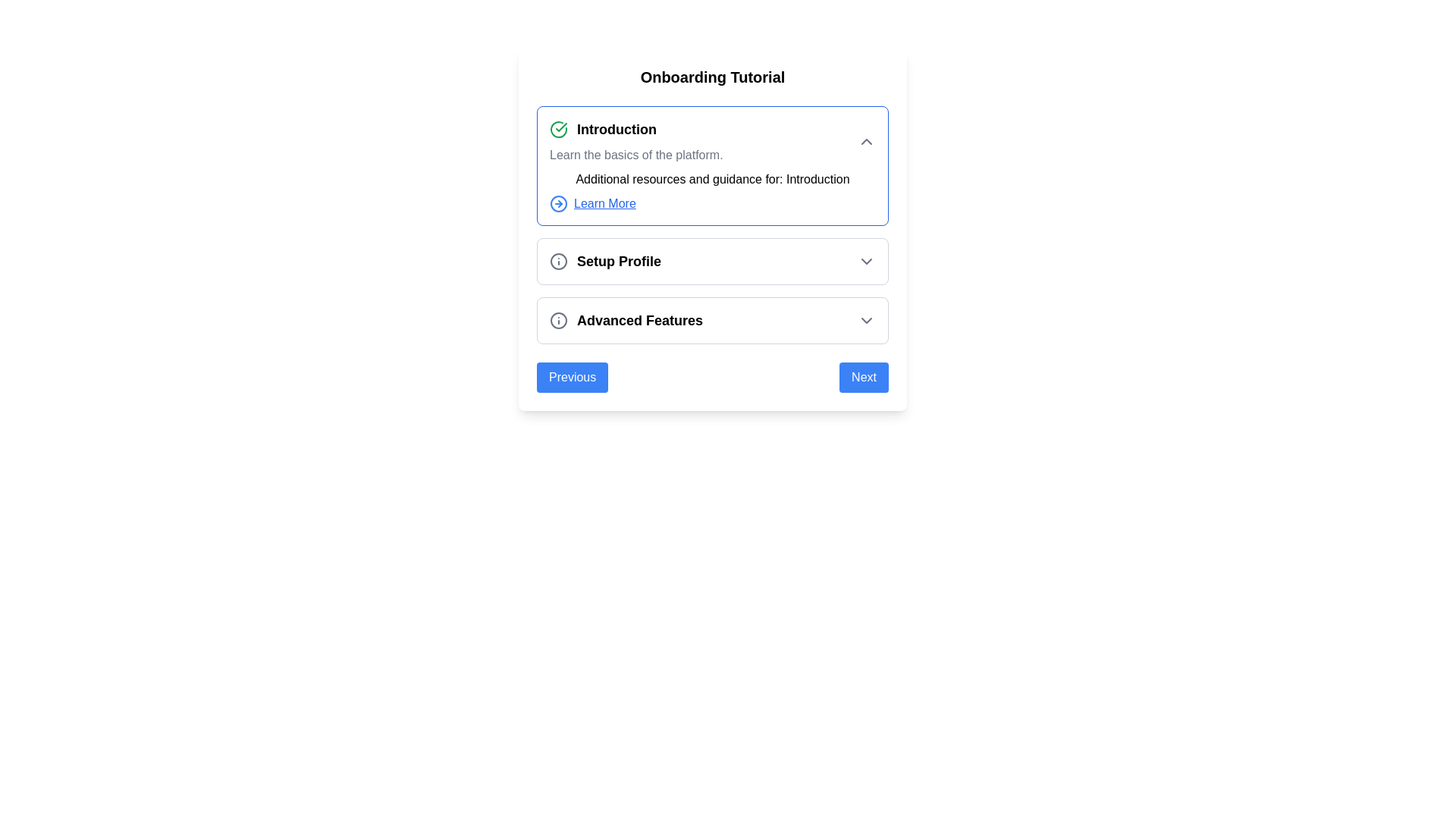 The height and width of the screenshot is (819, 1456). What do you see at coordinates (558, 320) in the screenshot?
I see `the informational icon located to the left of the 'Advanced Features' label in the third section of the onboarding tutorial` at bounding box center [558, 320].